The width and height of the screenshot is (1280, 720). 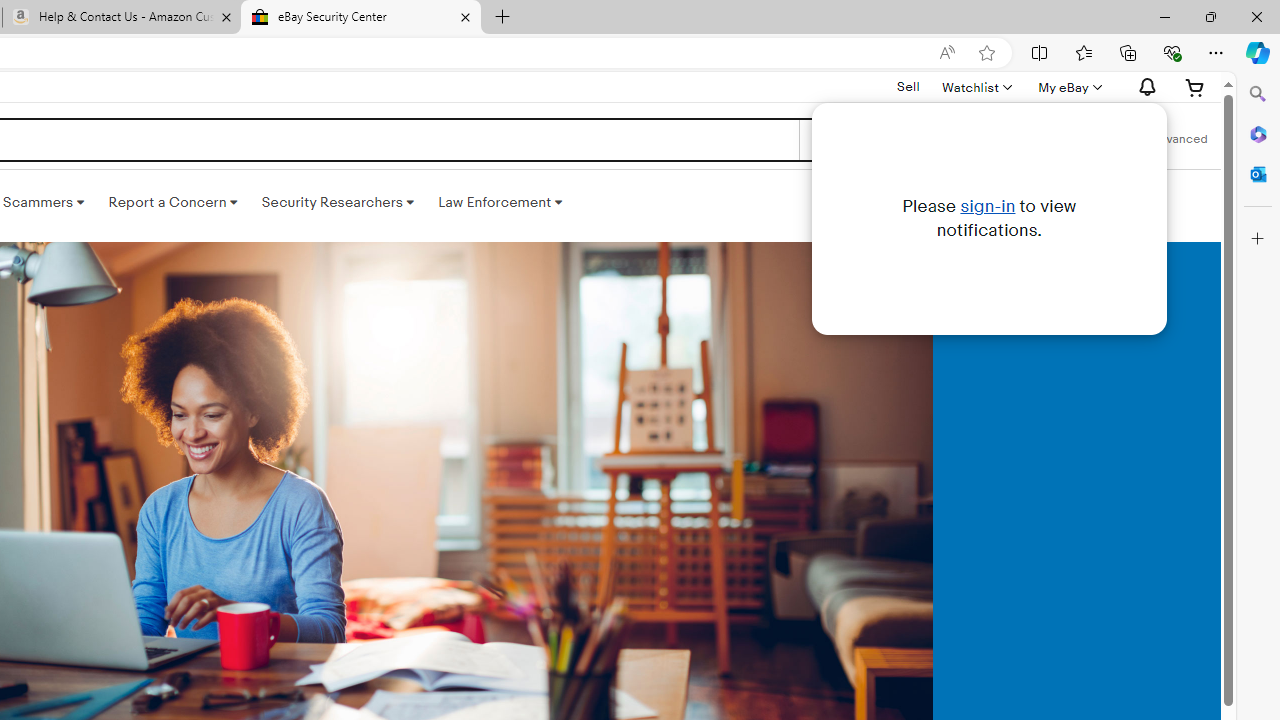 I want to click on 'eBay Security Center', so click(x=360, y=17).